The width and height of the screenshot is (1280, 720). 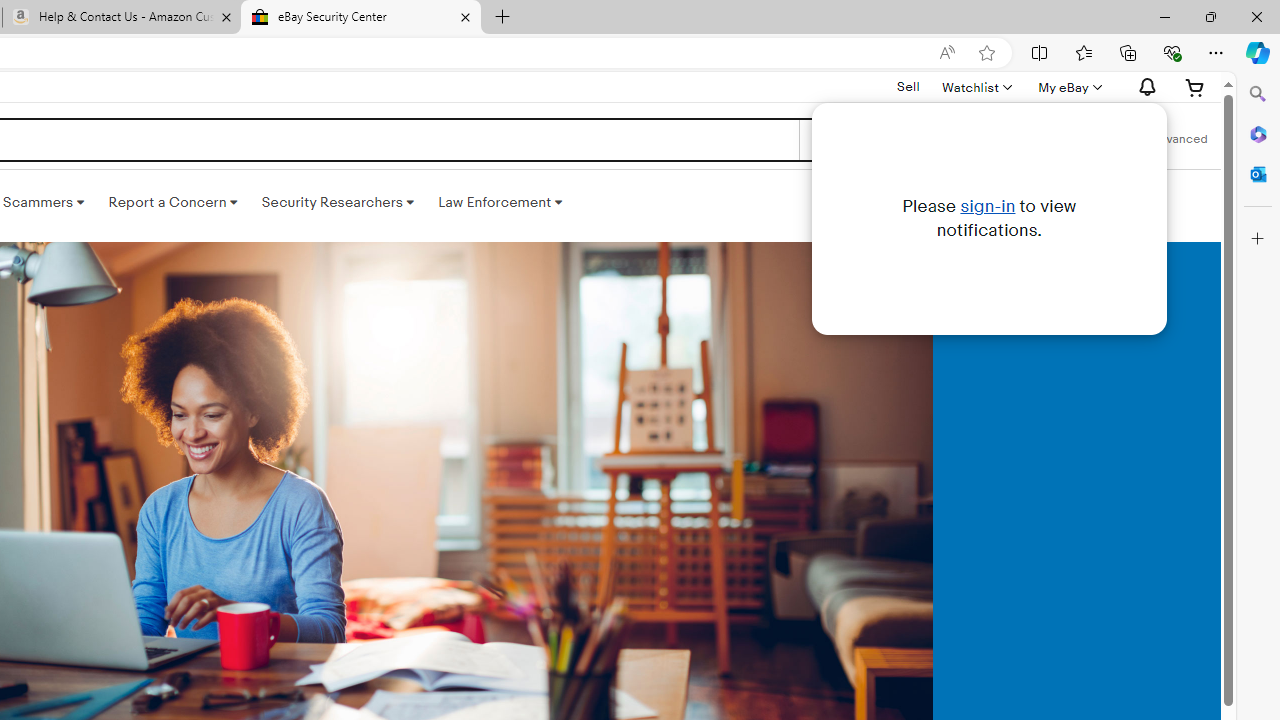 I want to click on 'eBay Security Center', so click(x=360, y=17).